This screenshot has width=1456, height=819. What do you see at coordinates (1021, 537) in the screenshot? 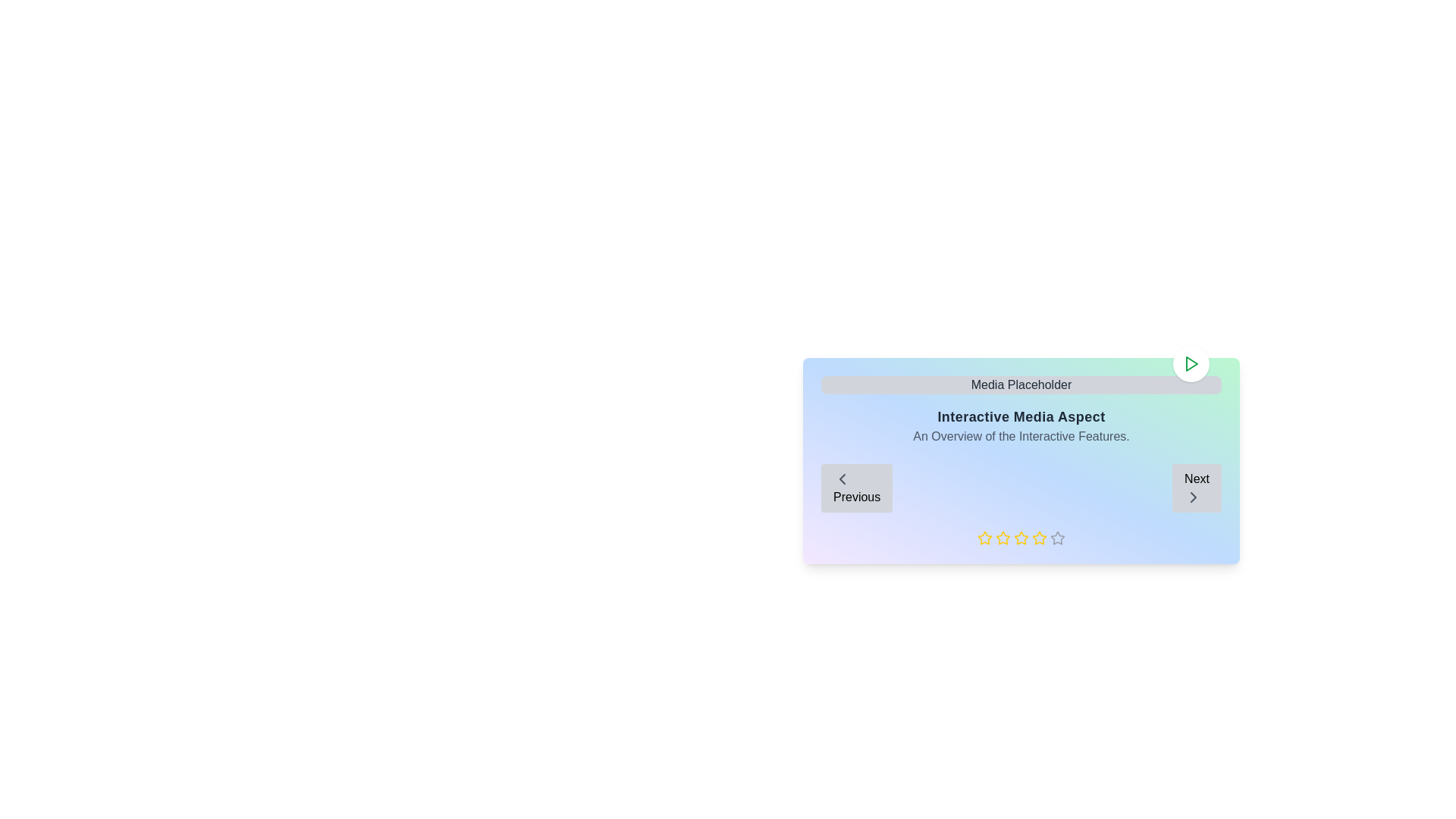
I see `the third star icon in the row of five stars to indicate a 3-star rating out of 5` at bounding box center [1021, 537].